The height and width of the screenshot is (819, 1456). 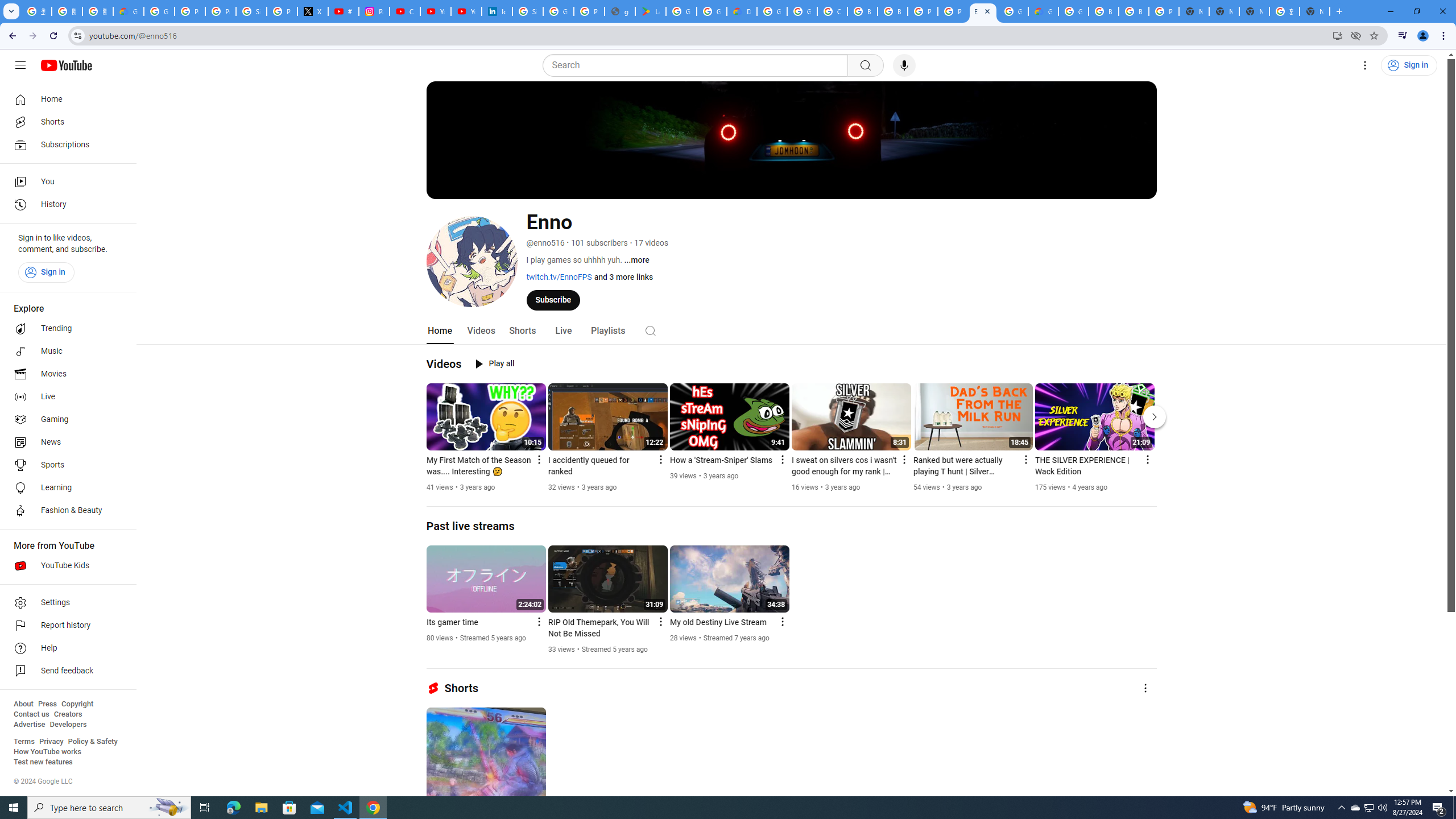 What do you see at coordinates (983, 11) in the screenshot?
I see `'Enno - YouTube'` at bounding box center [983, 11].